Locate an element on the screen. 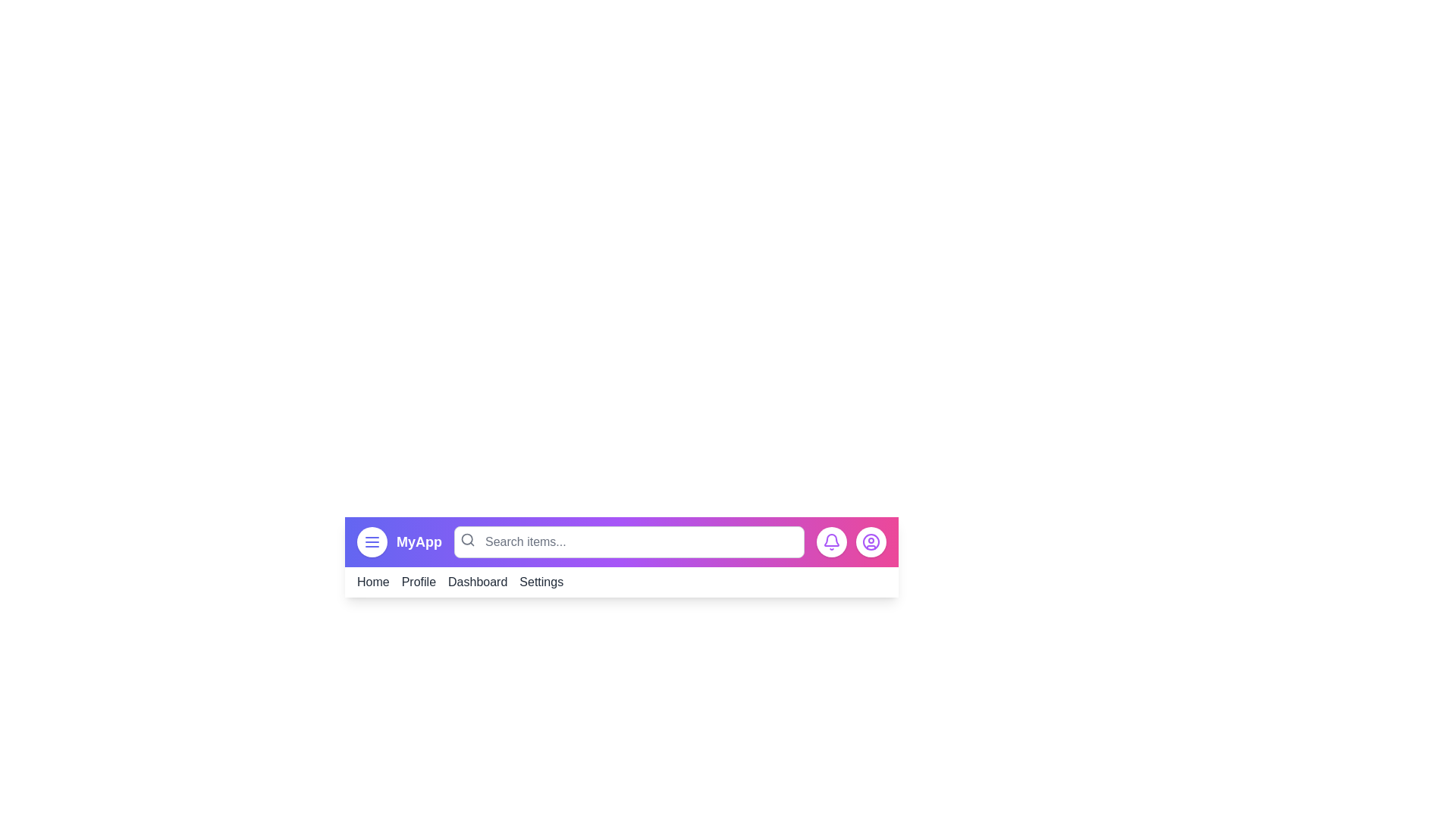 The image size is (1456, 819). the menu button to toggle the menu visibility is located at coordinates (372, 541).